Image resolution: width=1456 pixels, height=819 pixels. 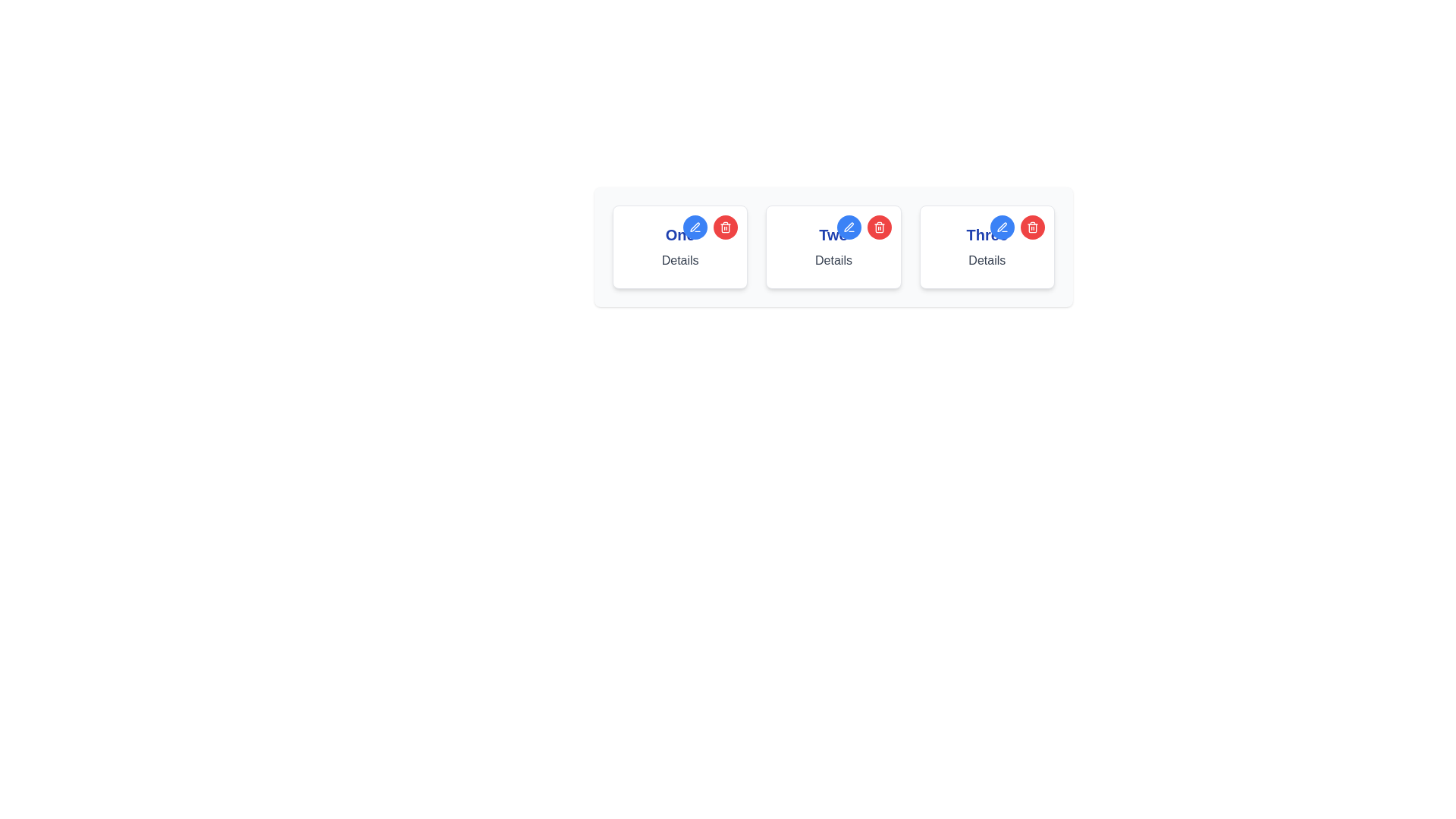 What do you see at coordinates (679, 259) in the screenshot?
I see `text label displaying 'Details' which is styled with a gray font color and positioned below the larger blue text label 'One'` at bounding box center [679, 259].